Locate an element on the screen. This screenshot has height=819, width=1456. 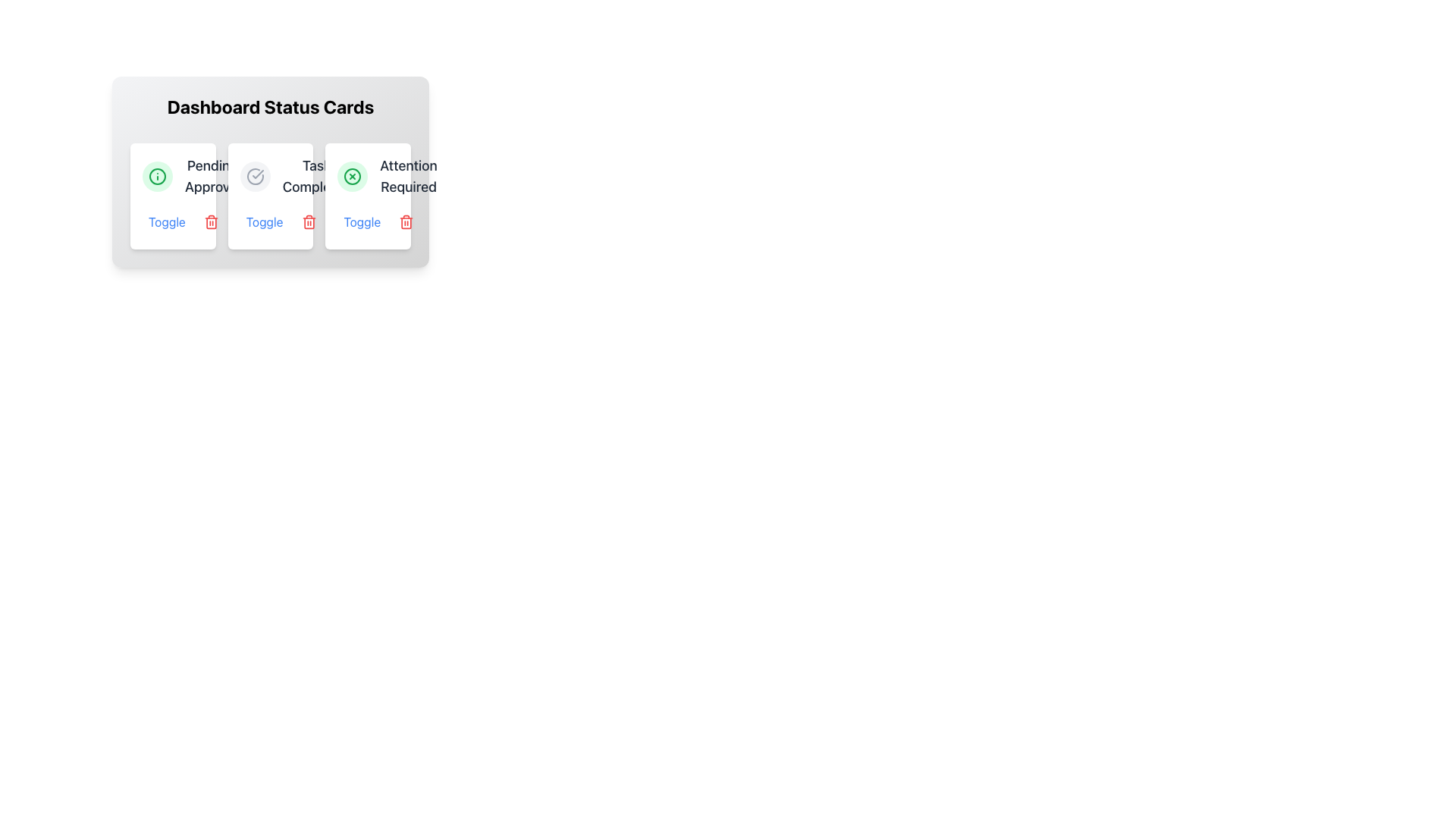
the 'Pending Approval' label, which is styled in a large bold font and is part of a status card, positioned prominently within the second card from the left is located at coordinates (212, 175).